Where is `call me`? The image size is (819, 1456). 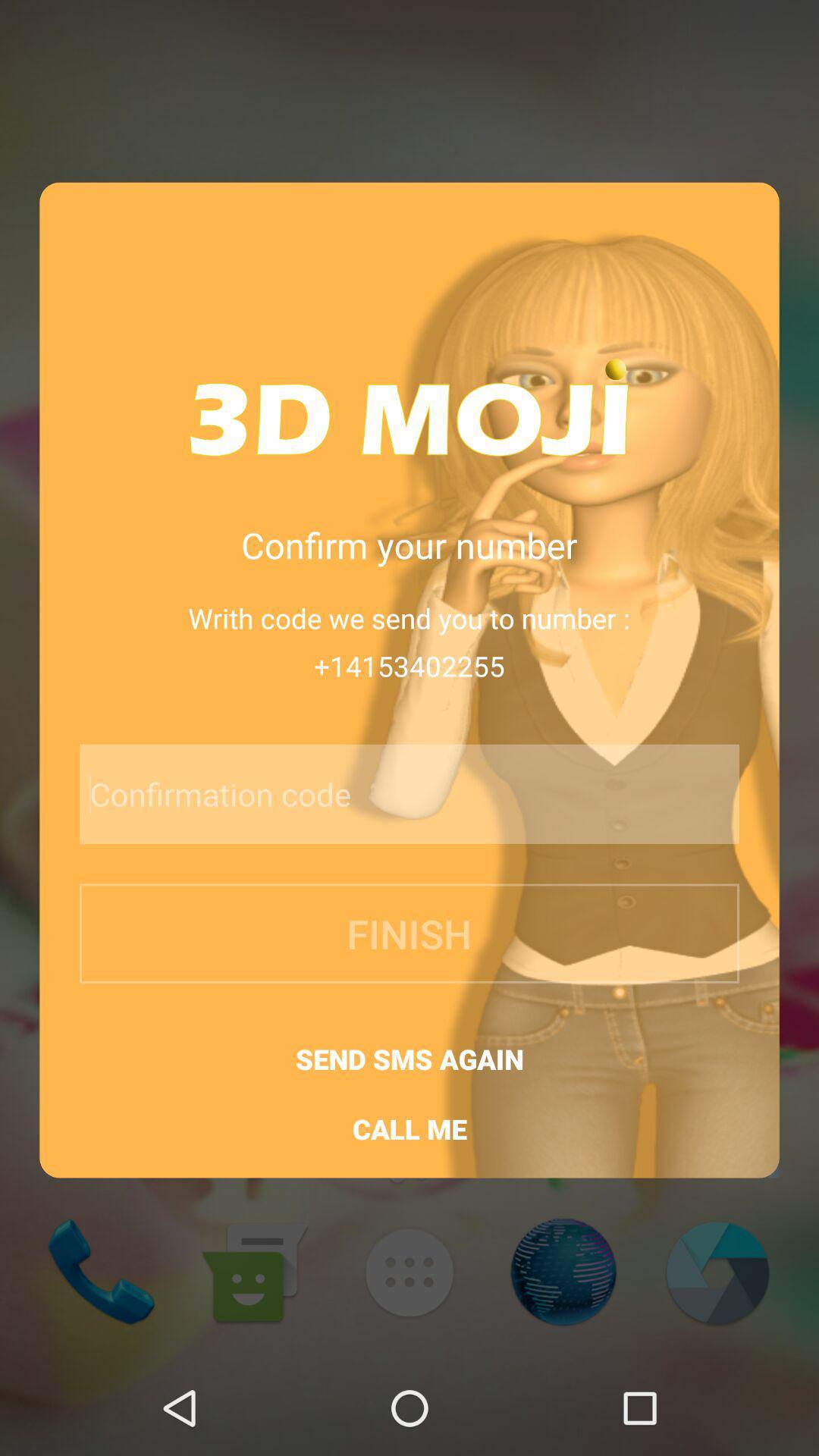
call me is located at coordinates (409, 1129).